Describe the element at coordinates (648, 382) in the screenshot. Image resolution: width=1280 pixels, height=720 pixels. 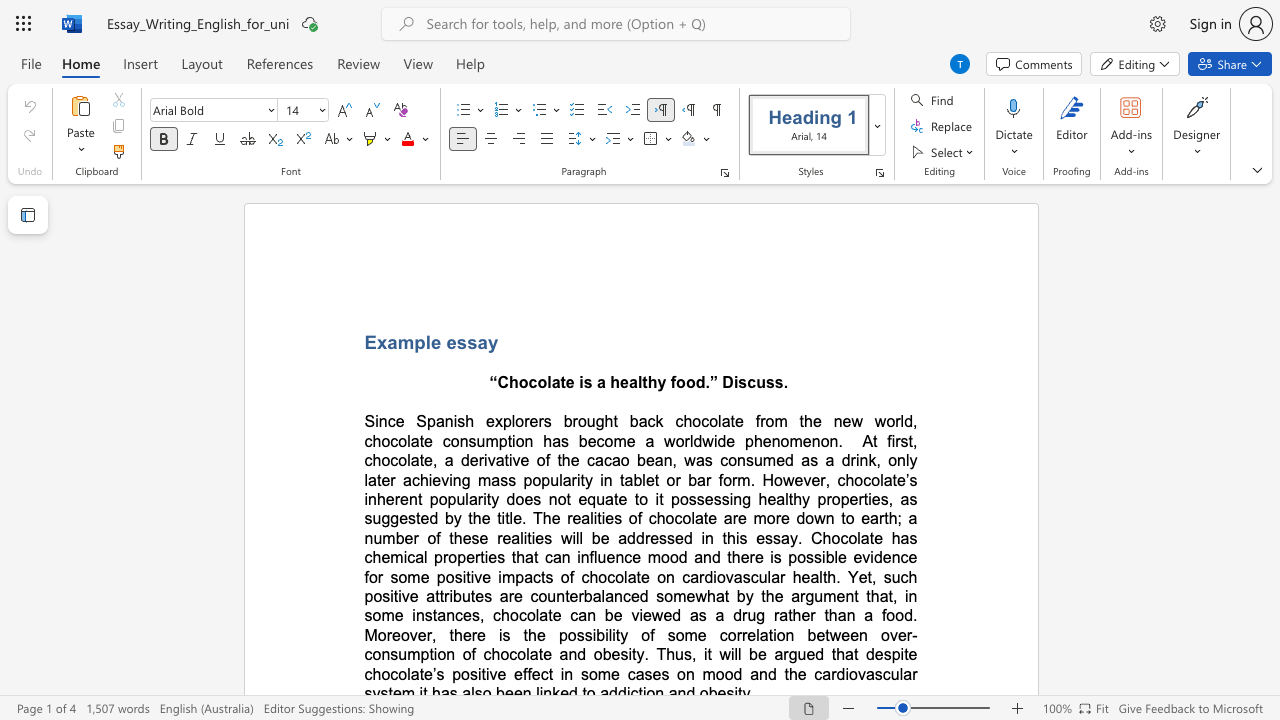
I see `the space between the continuous character "t" and "h" in the text` at that location.